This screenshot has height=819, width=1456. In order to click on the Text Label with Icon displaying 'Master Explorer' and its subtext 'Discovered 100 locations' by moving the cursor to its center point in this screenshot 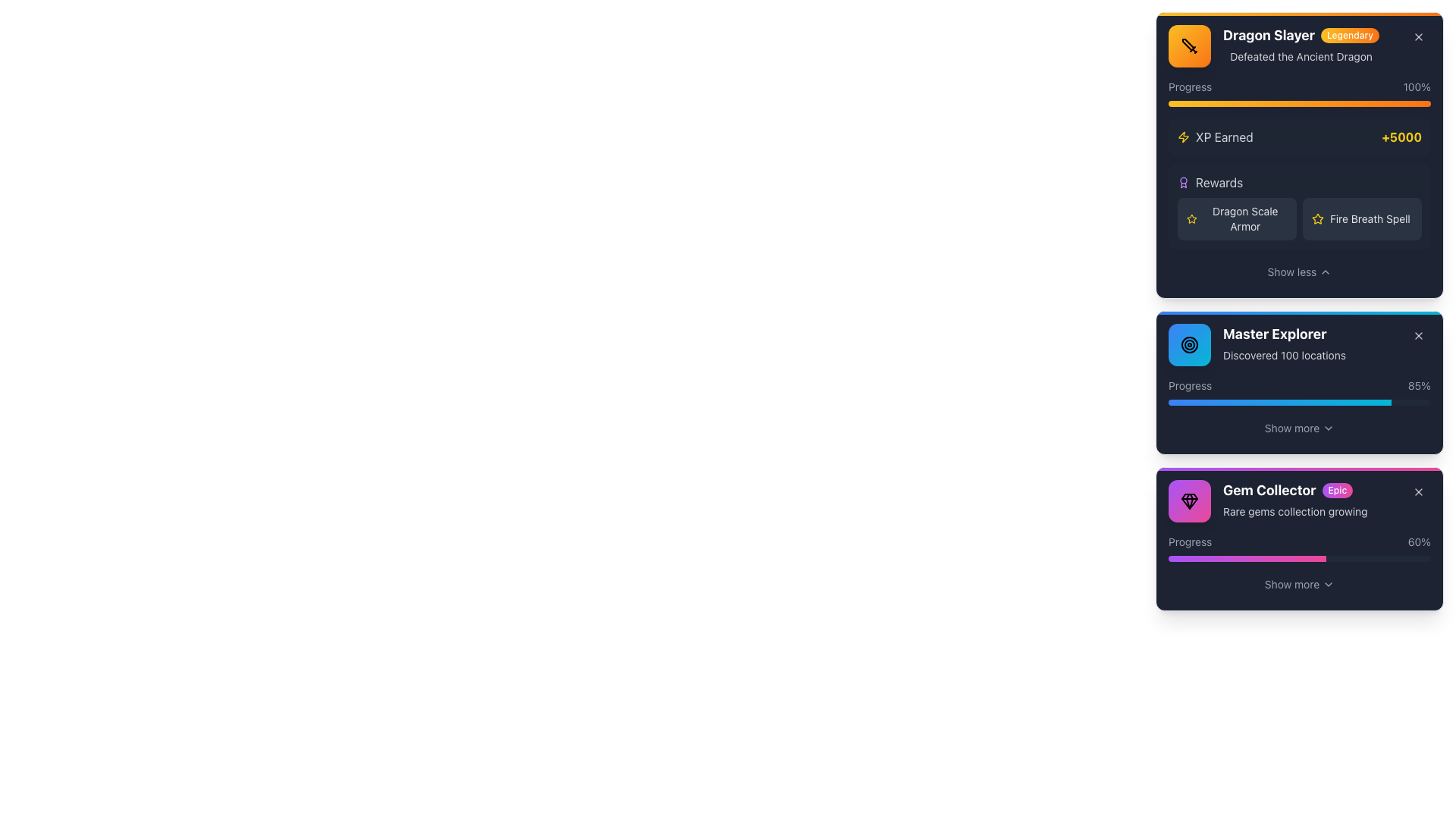, I will do `click(1257, 345)`.